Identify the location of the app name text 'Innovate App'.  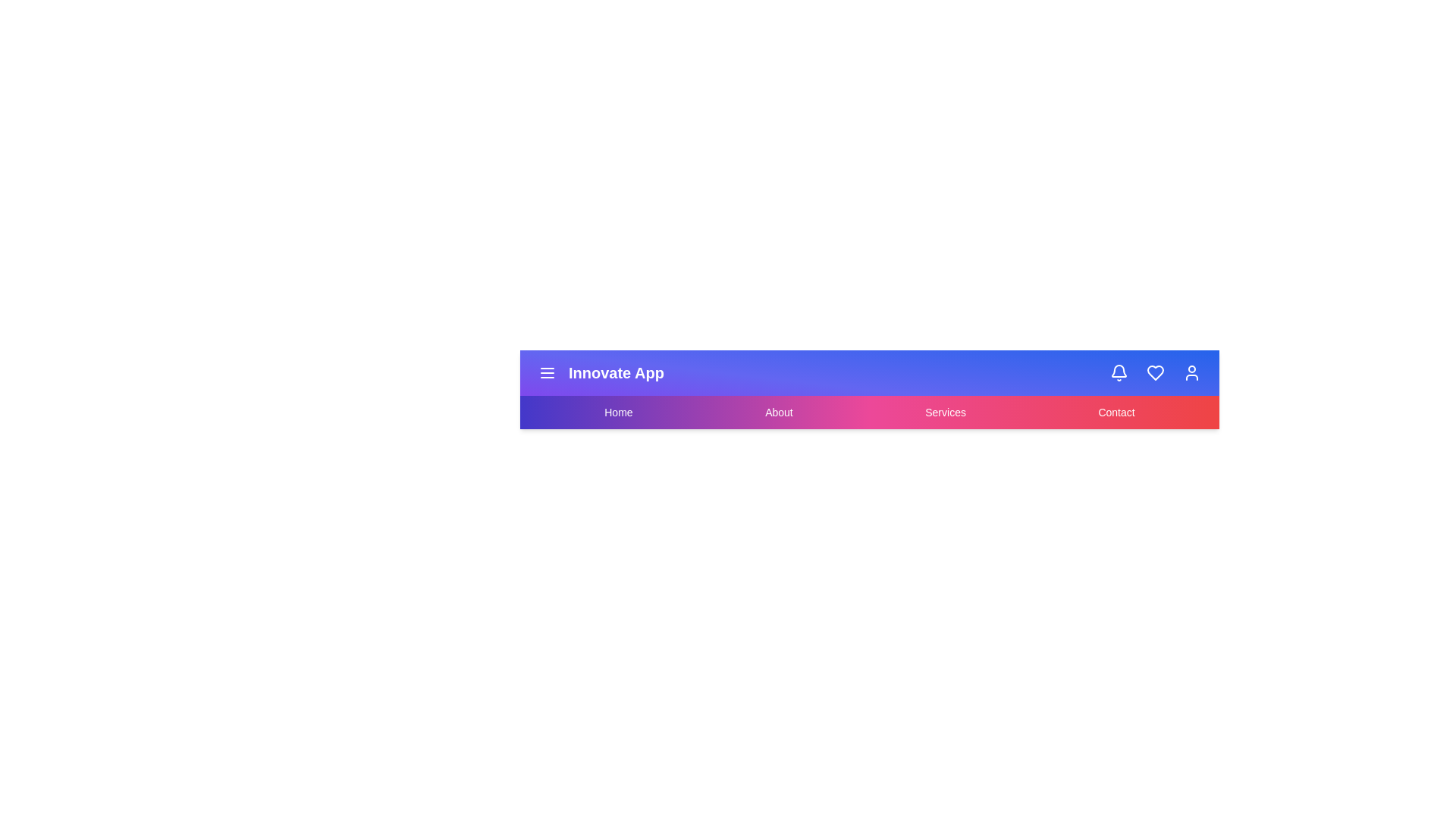
(616, 373).